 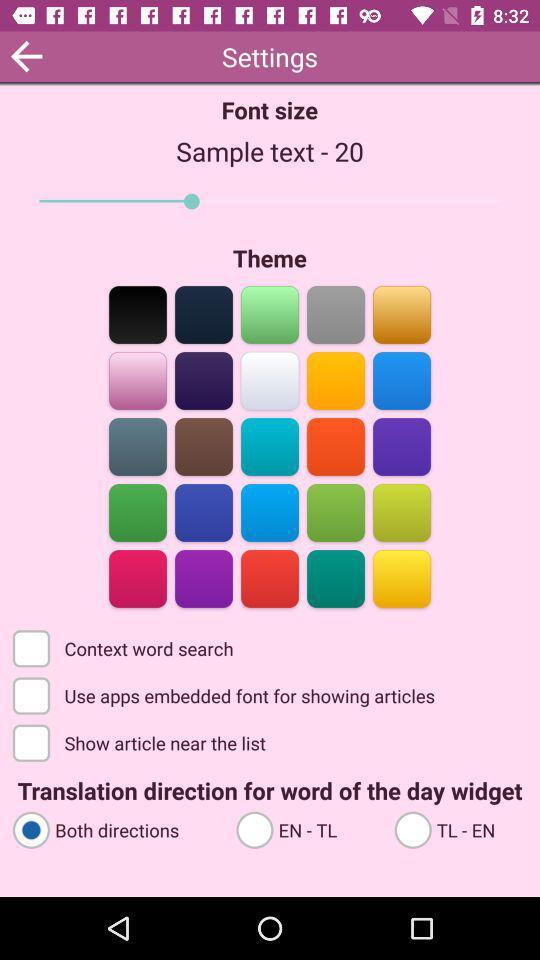 I want to click on color, so click(x=401, y=577).